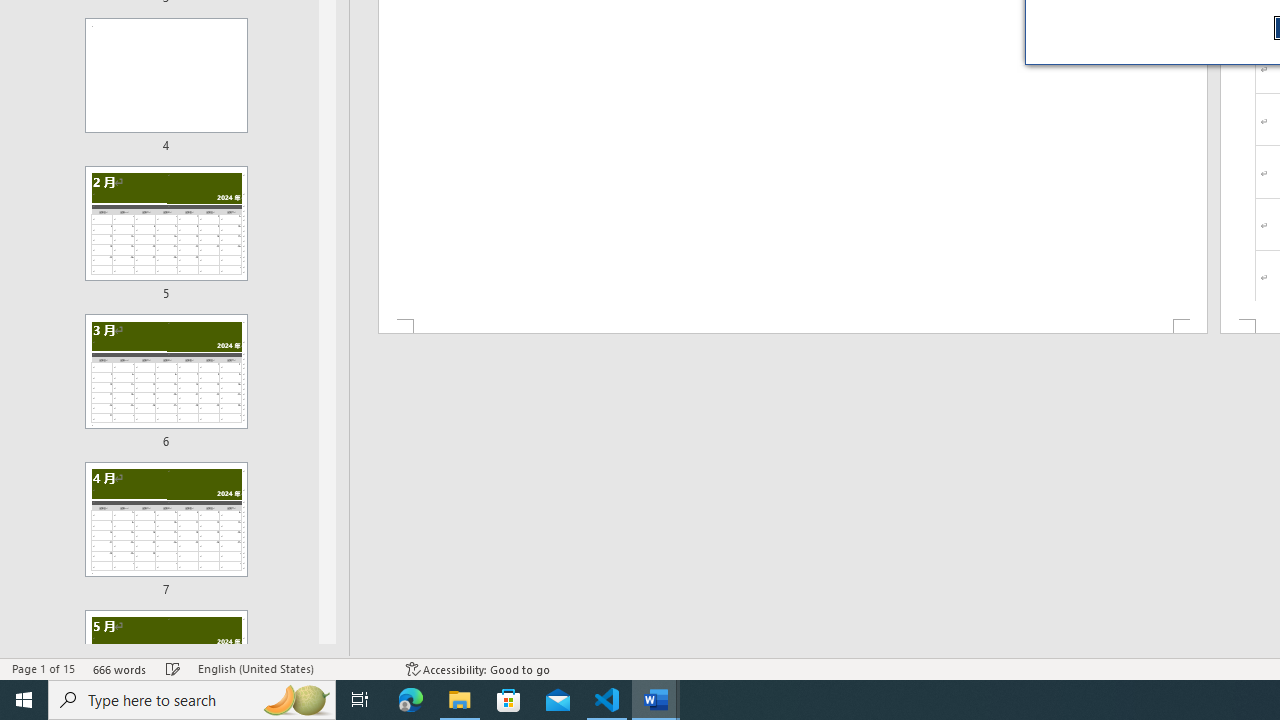 The height and width of the screenshot is (720, 1280). What do you see at coordinates (173, 669) in the screenshot?
I see `'Spelling and Grammar Check Checking'` at bounding box center [173, 669].